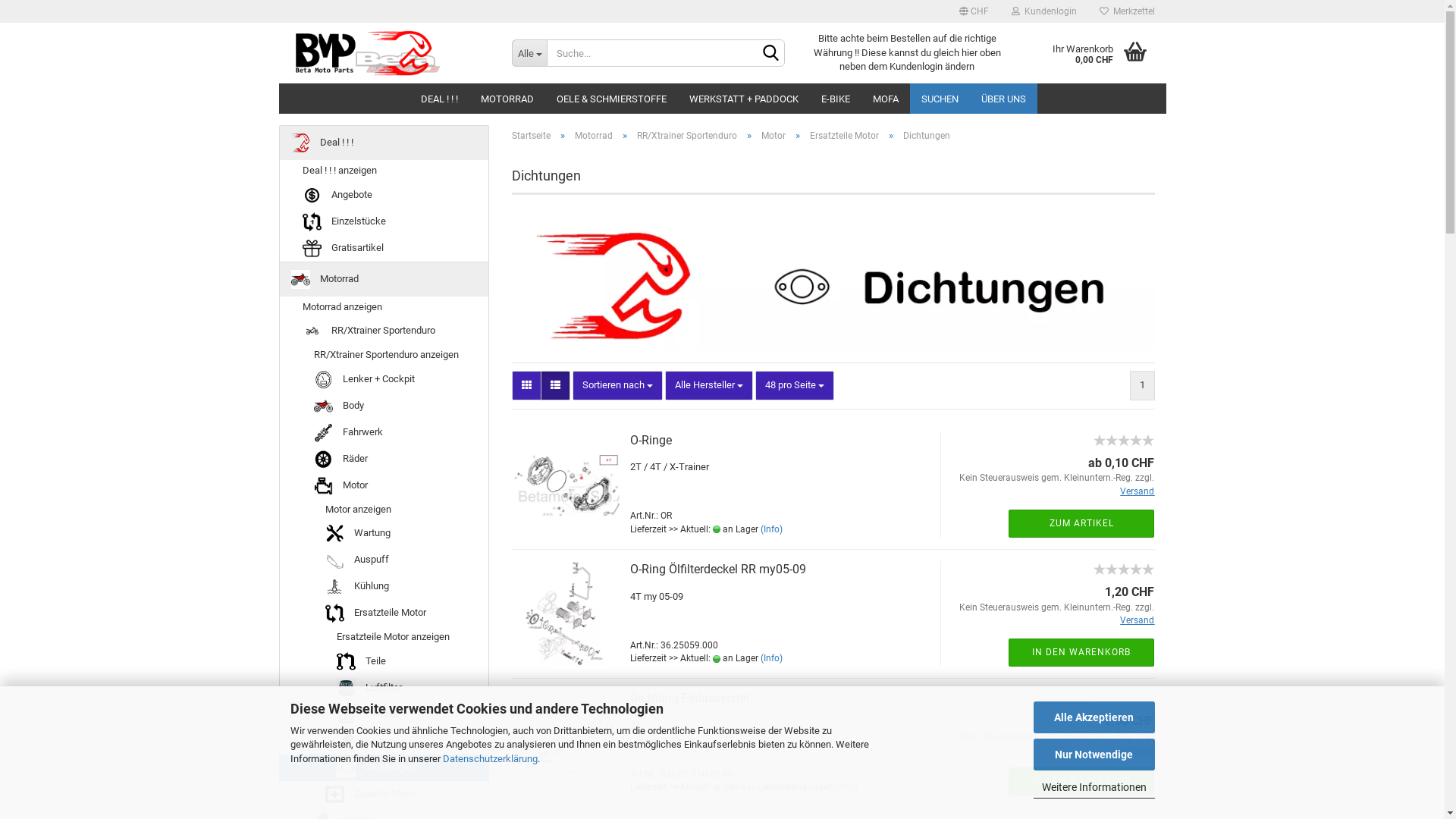 This screenshot has height=819, width=1456. What do you see at coordinates (383, 405) in the screenshot?
I see `'Body'` at bounding box center [383, 405].